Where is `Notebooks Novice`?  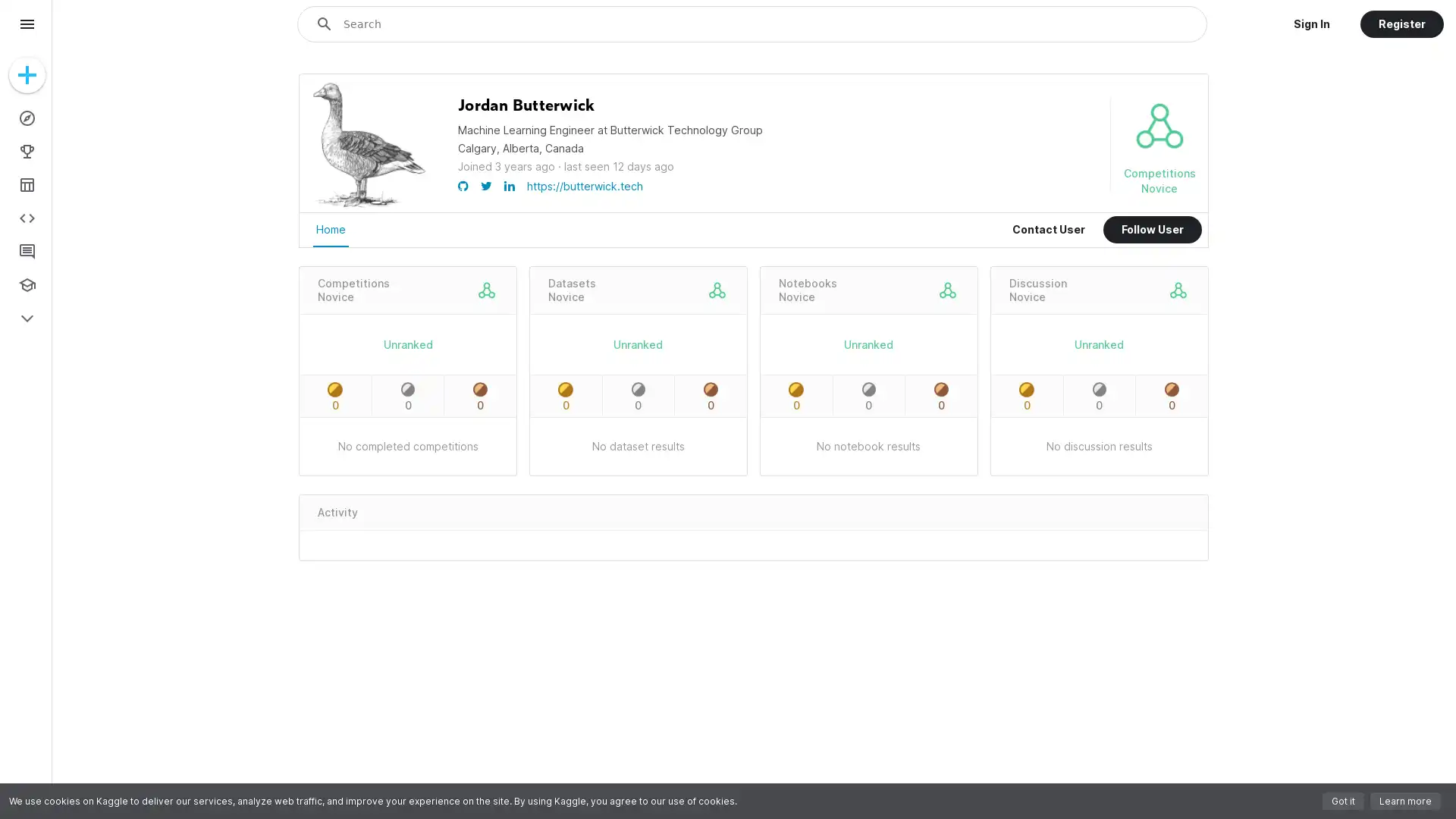
Notebooks Novice is located at coordinates (806, 290).